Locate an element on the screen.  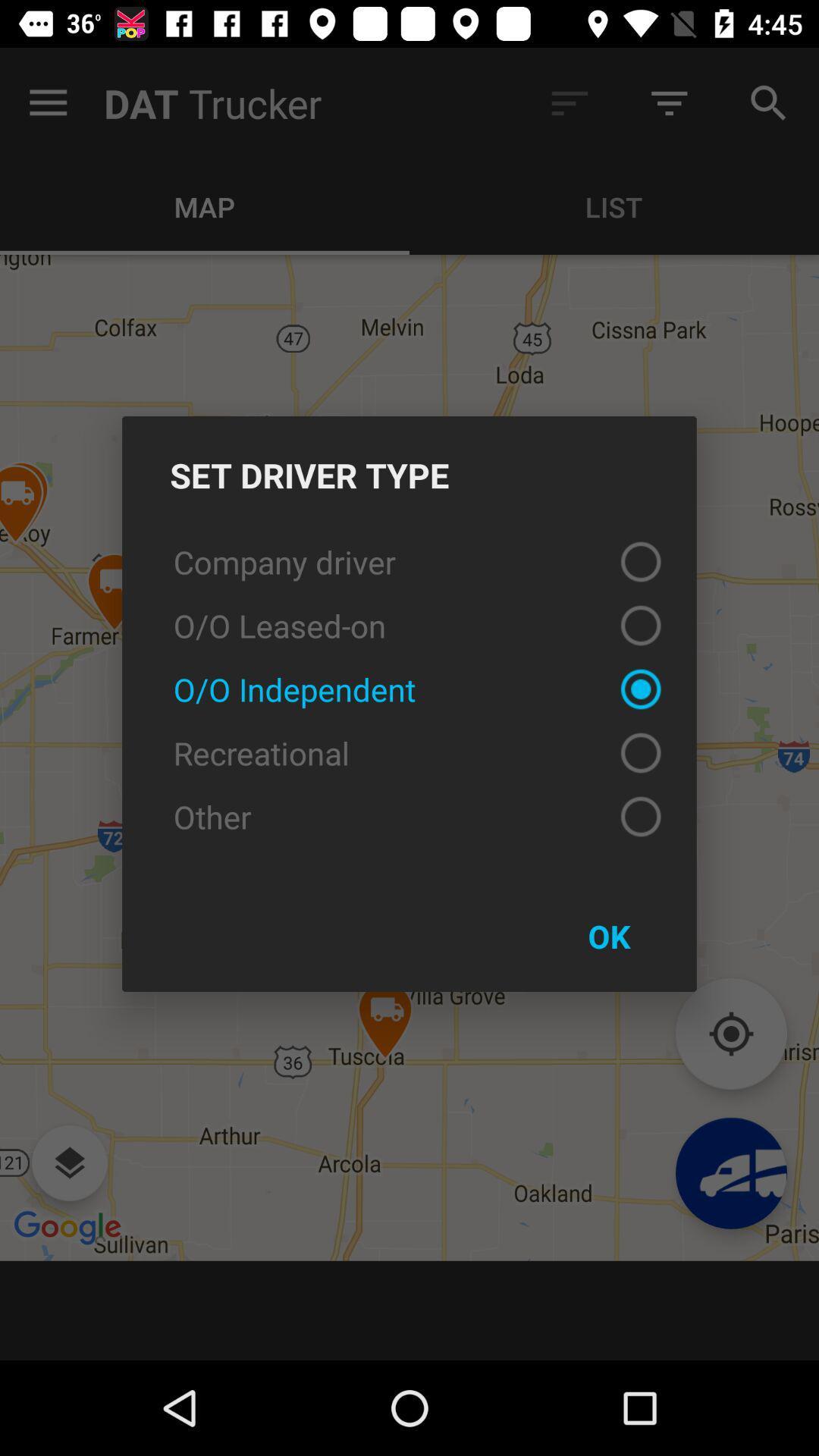
the ok icon is located at coordinates (608, 935).